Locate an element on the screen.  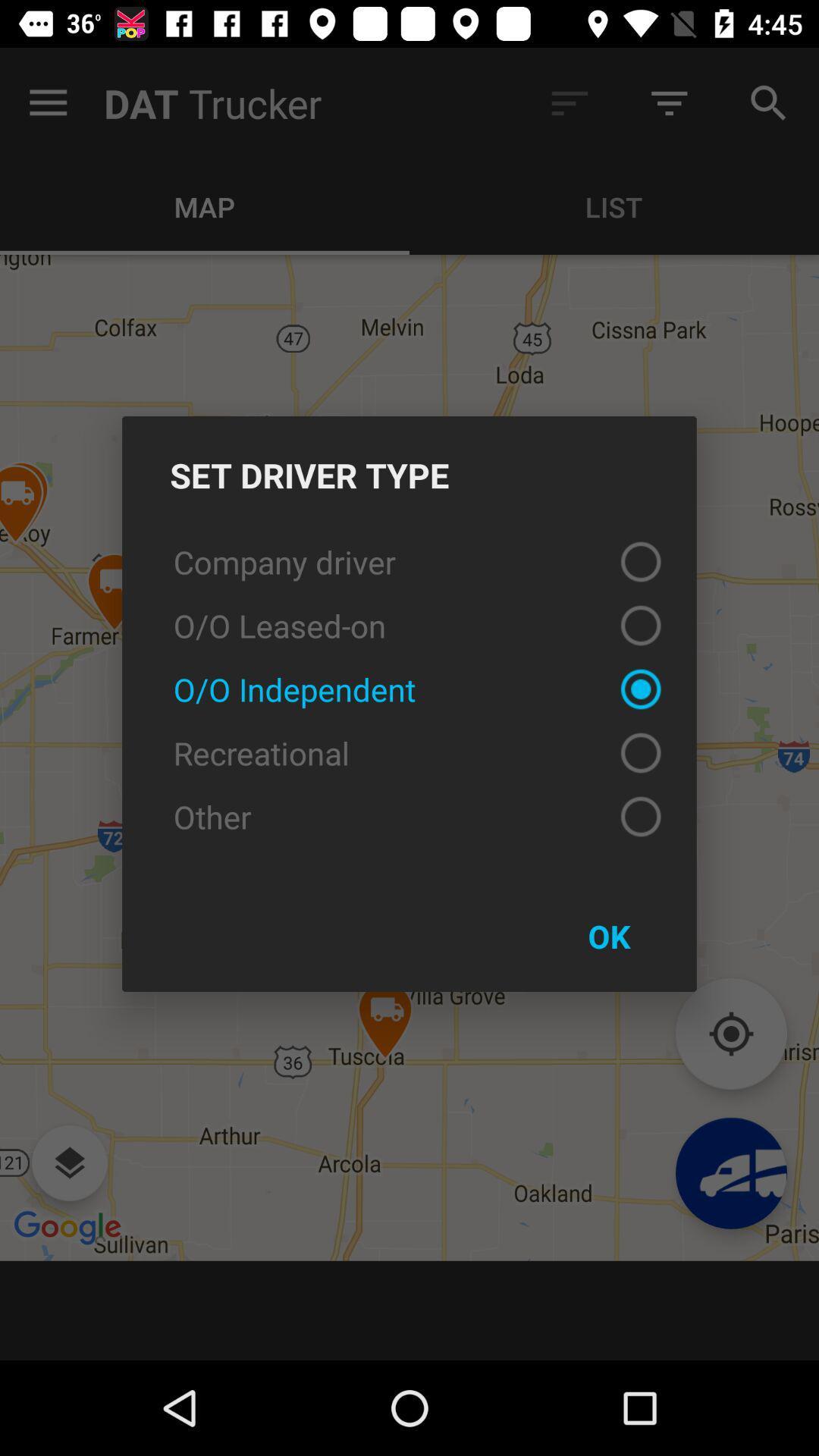
the ok icon is located at coordinates (608, 935).